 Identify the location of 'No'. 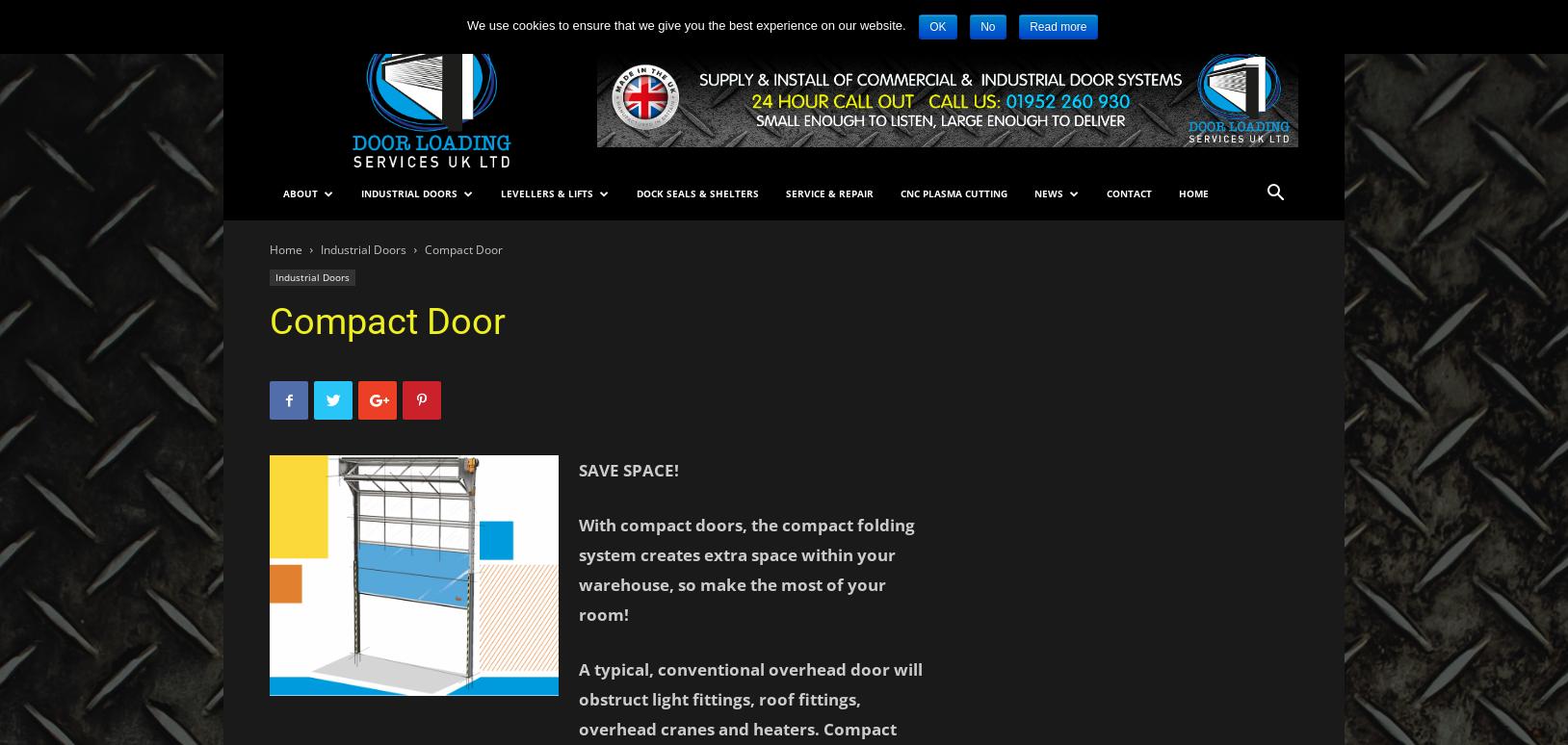
(987, 27).